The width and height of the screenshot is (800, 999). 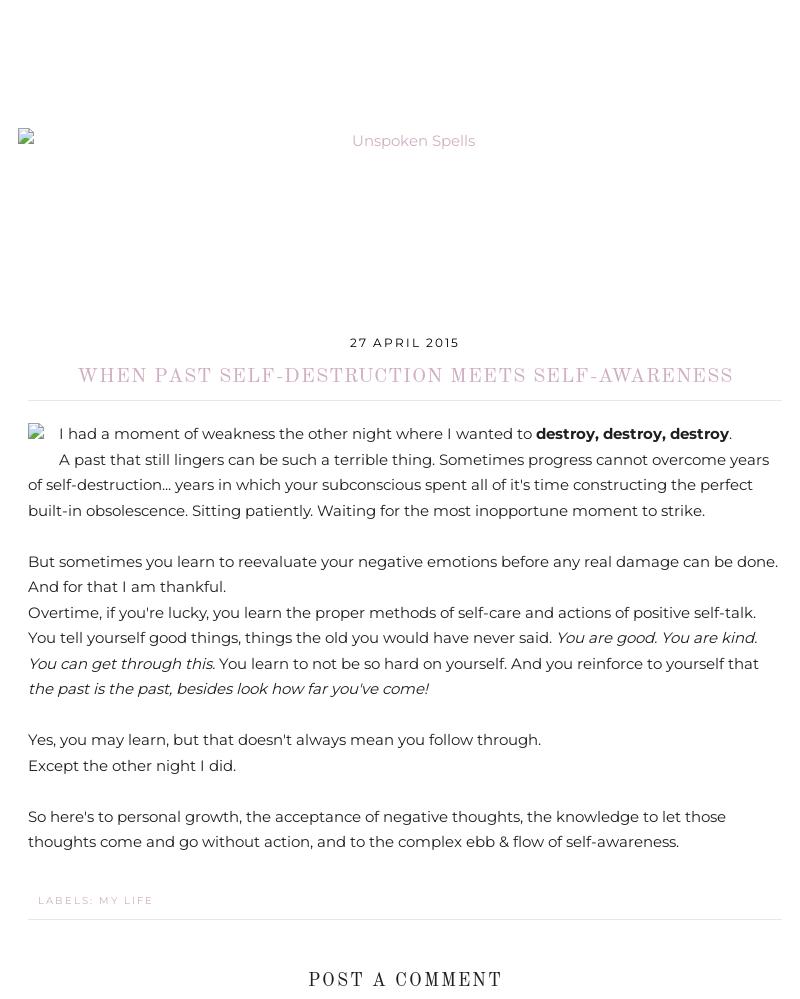 I want to click on 'the past is the past, besides look how far you've come!', so click(x=227, y=688).